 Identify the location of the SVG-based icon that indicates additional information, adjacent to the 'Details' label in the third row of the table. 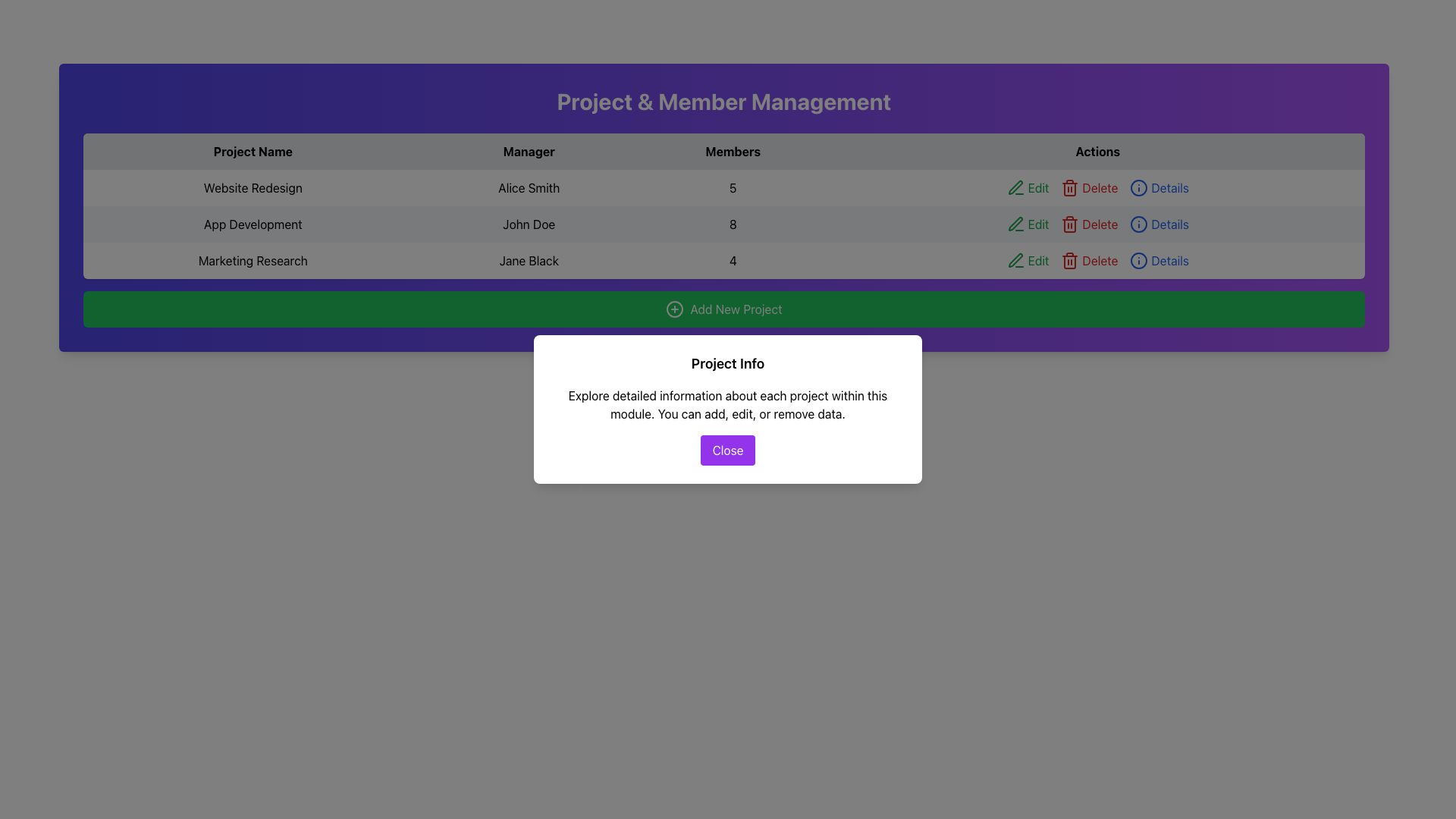
(1139, 187).